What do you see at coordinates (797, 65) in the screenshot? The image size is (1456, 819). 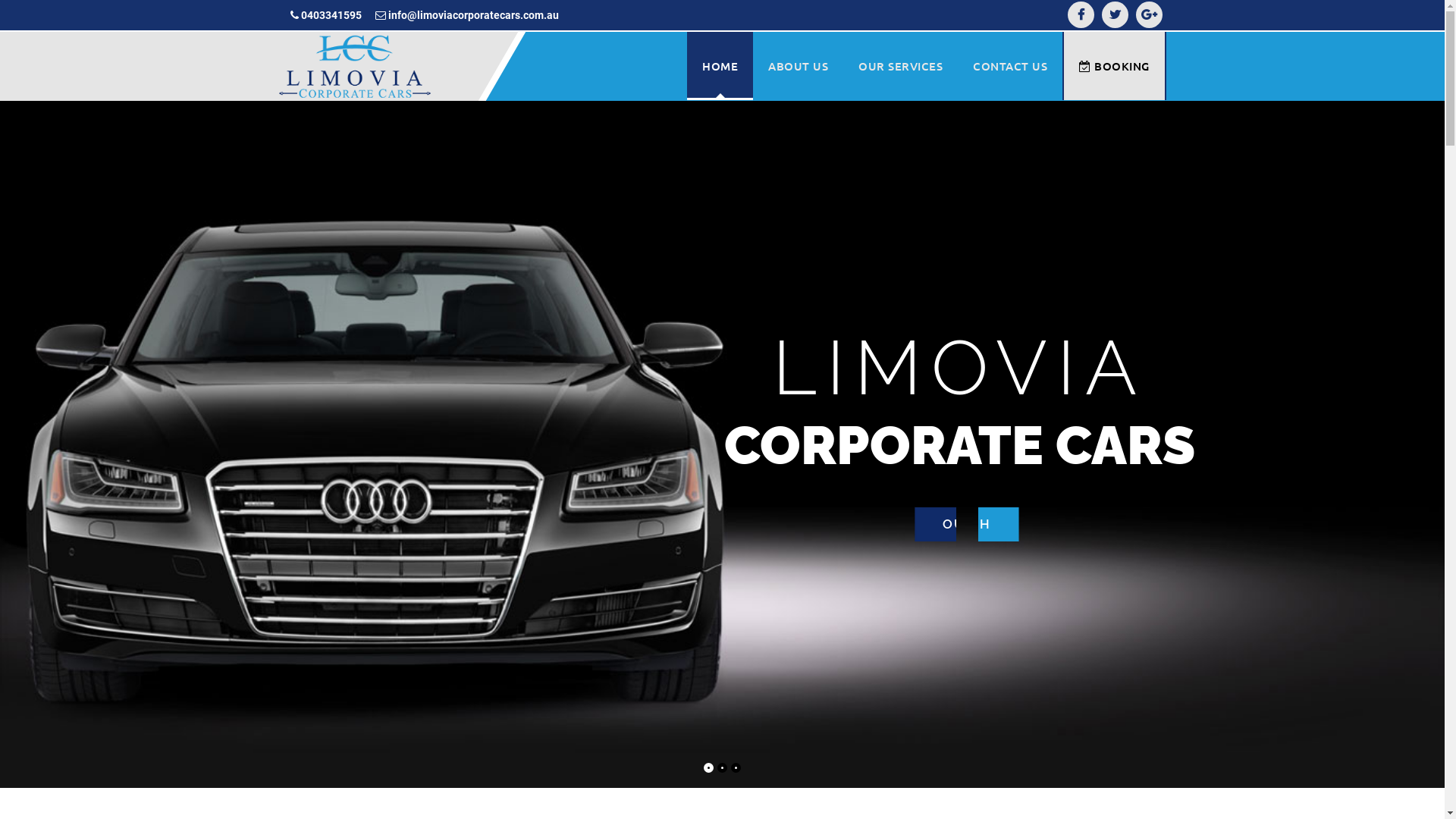 I see `'ABOUT US'` at bounding box center [797, 65].